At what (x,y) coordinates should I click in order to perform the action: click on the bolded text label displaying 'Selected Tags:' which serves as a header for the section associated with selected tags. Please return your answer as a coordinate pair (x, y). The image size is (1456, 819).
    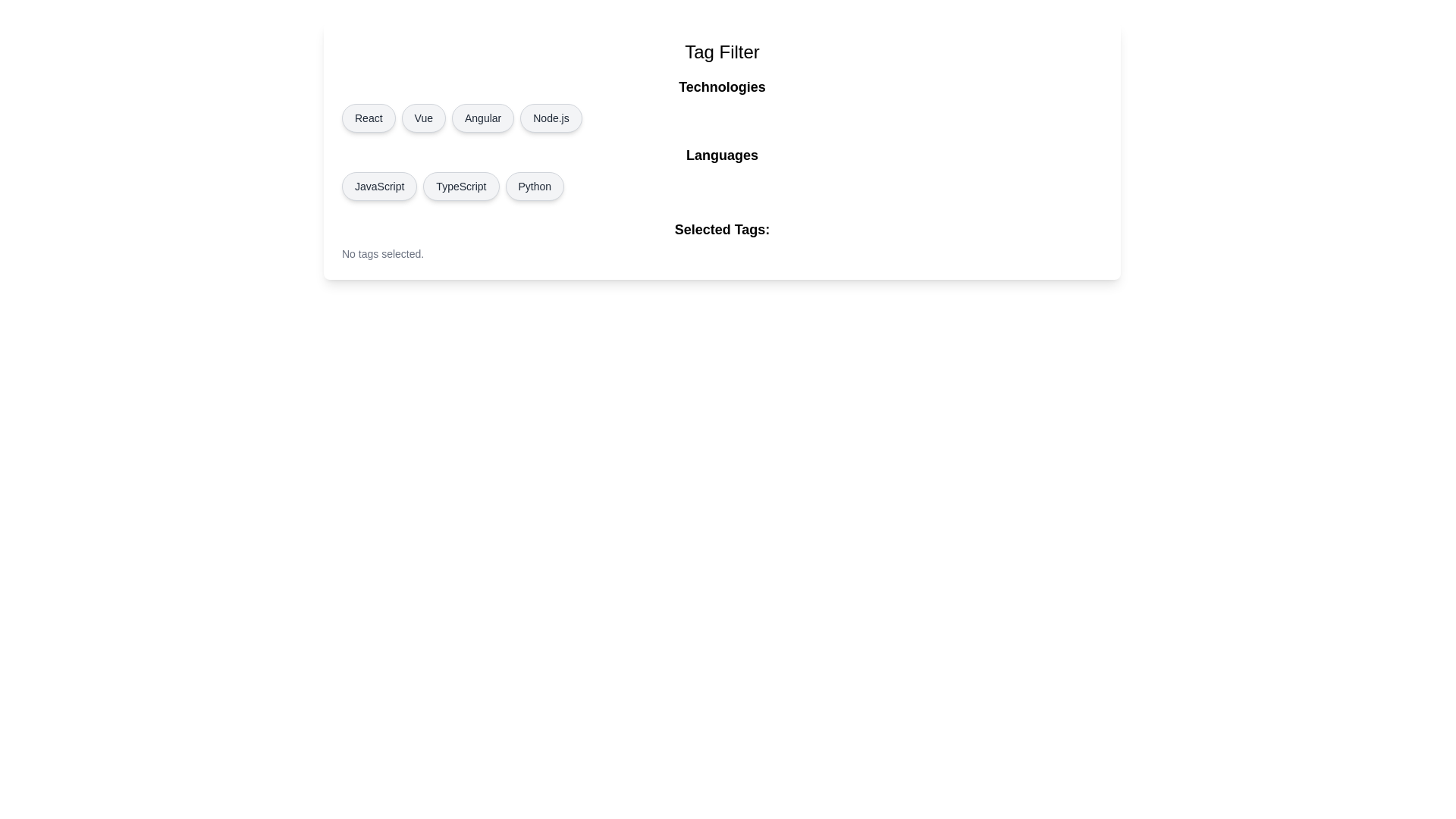
    Looking at the image, I should click on (721, 230).